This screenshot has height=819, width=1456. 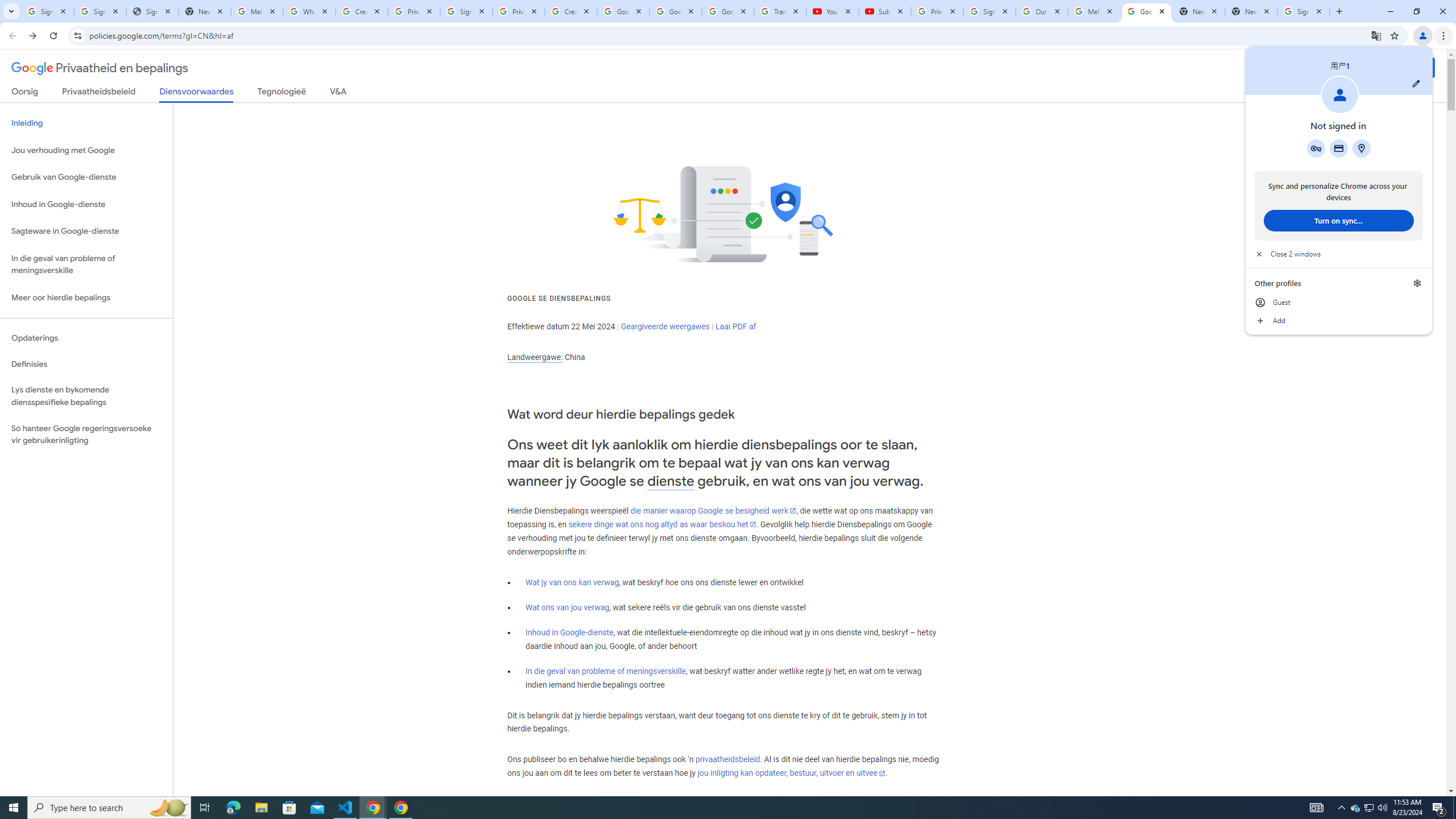 What do you see at coordinates (233, 806) in the screenshot?
I see `'Microsoft Edge'` at bounding box center [233, 806].